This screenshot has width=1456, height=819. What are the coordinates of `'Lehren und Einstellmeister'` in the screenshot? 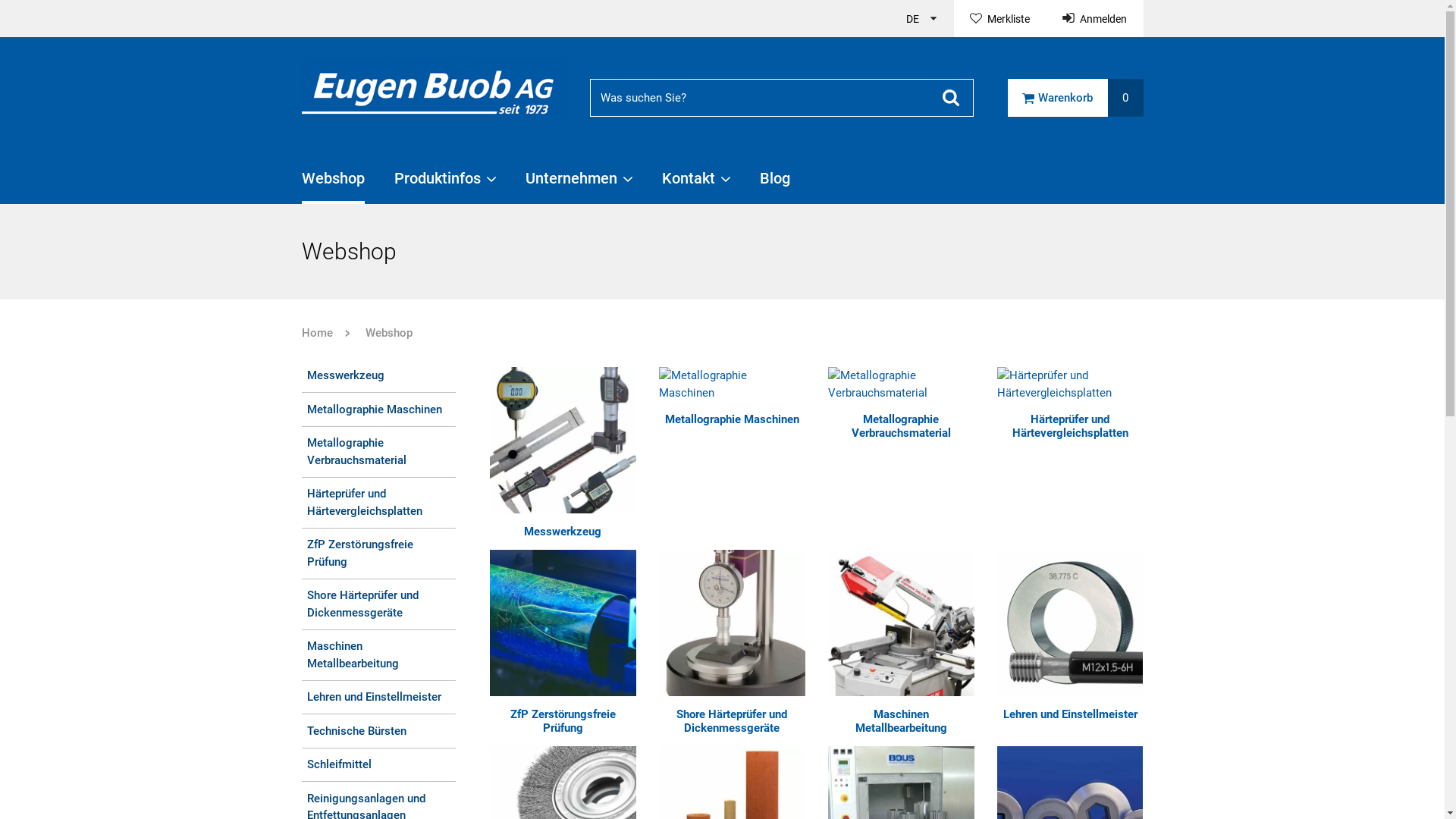 It's located at (1069, 714).